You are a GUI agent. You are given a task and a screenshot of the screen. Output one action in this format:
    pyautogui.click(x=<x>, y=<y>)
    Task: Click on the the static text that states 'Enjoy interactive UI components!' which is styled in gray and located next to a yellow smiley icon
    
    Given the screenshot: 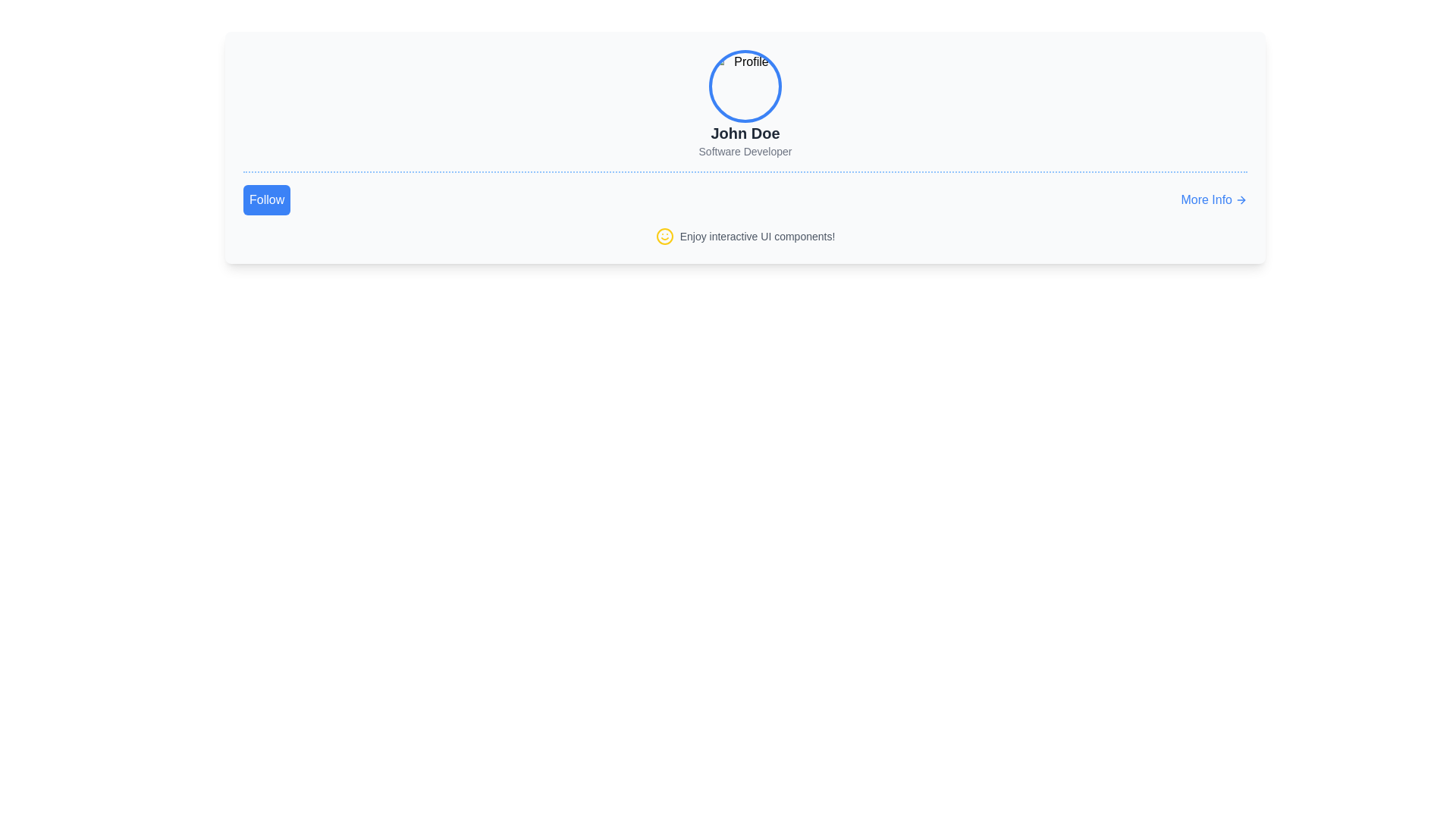 What is the action you would take?
    pyautogui.click(x=757, y=237)
    